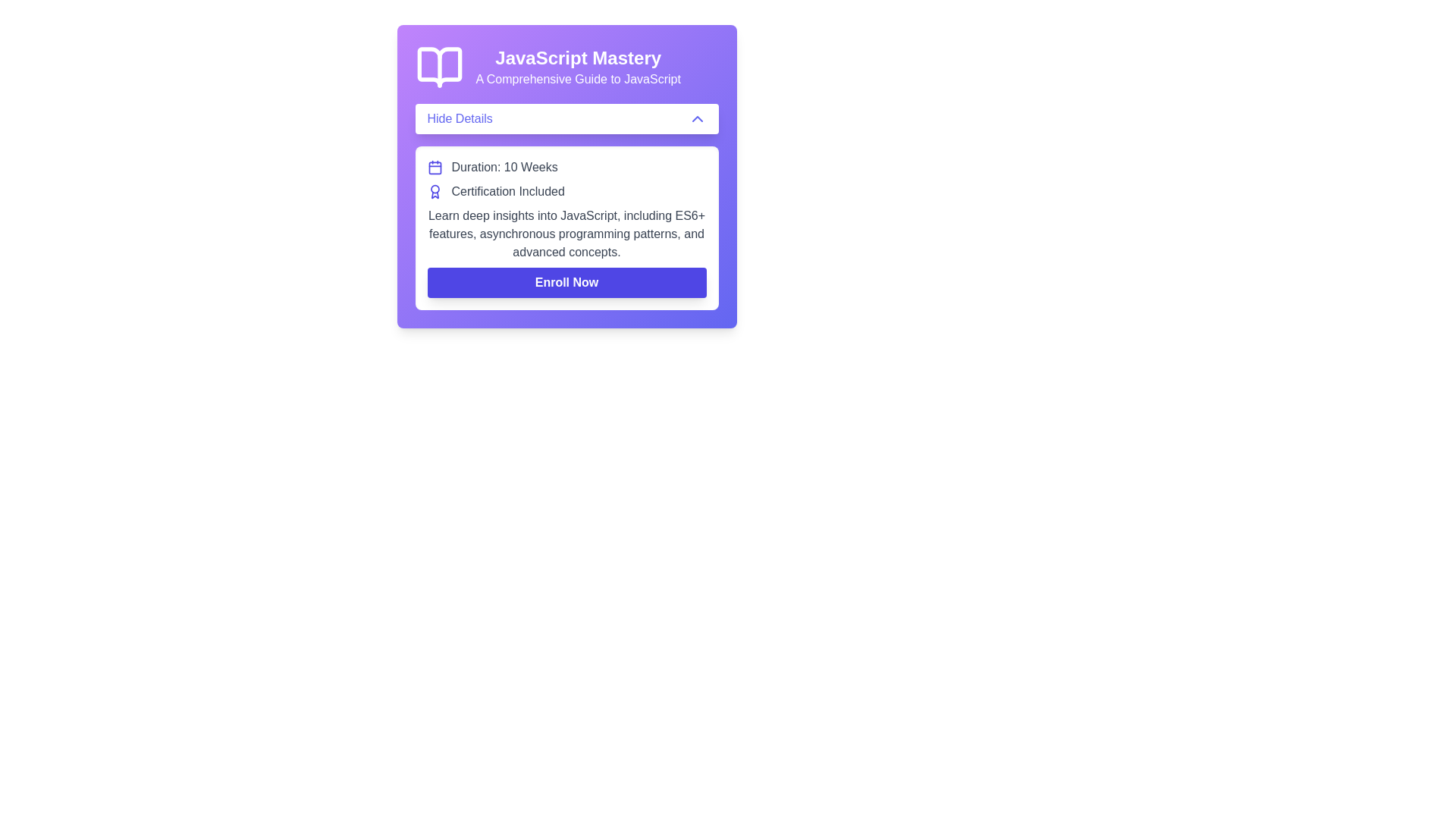  Describe the element at coordinates (577, 58) in the screenshot. I see `on the text label that serves as the heading for the card titled 'JavaScript Mastery', which is located at the top of a purple rectangular card` at that location.